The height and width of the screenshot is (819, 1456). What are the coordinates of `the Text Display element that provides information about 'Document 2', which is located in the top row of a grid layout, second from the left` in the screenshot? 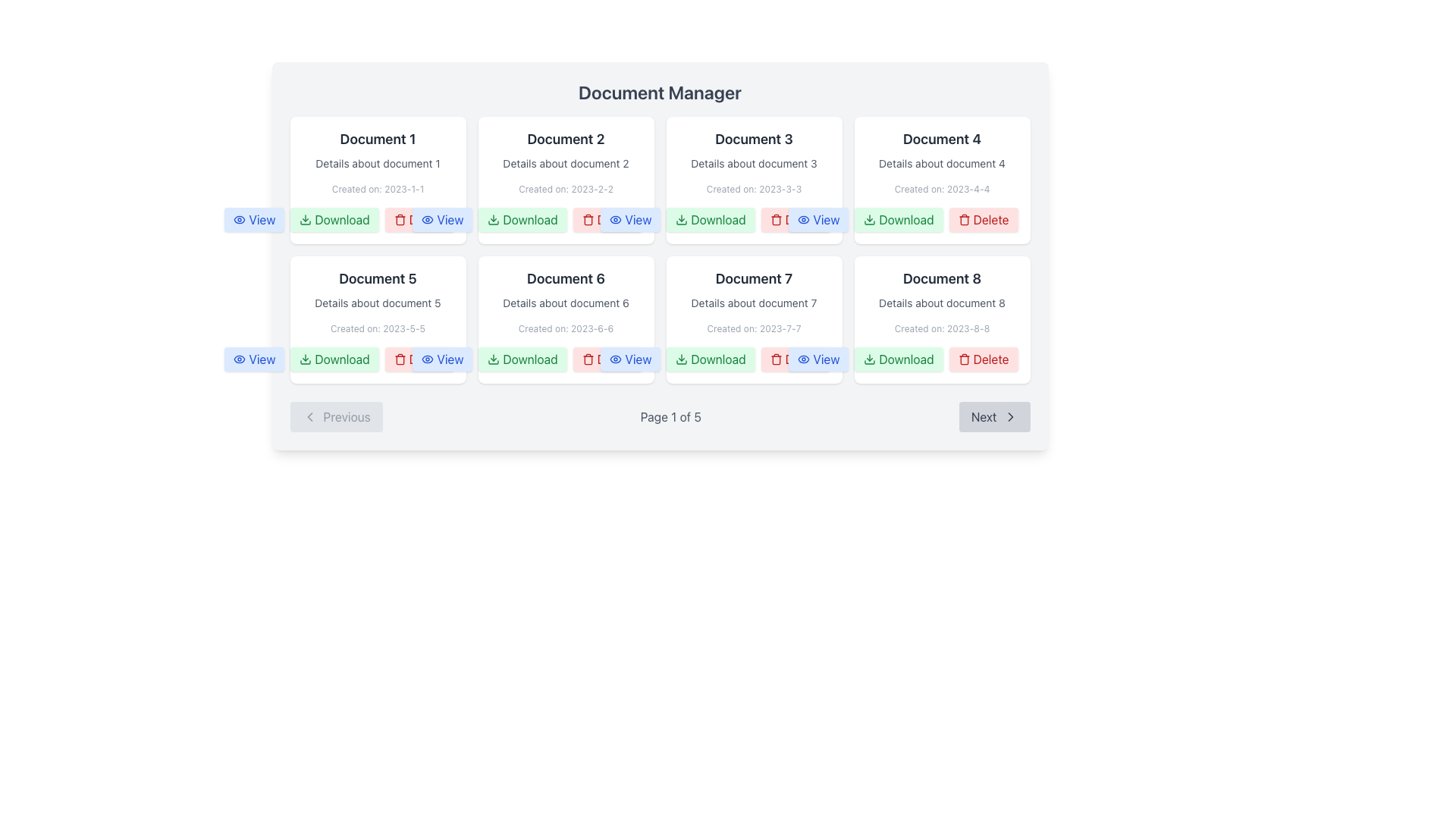 It's located at (565, 162).